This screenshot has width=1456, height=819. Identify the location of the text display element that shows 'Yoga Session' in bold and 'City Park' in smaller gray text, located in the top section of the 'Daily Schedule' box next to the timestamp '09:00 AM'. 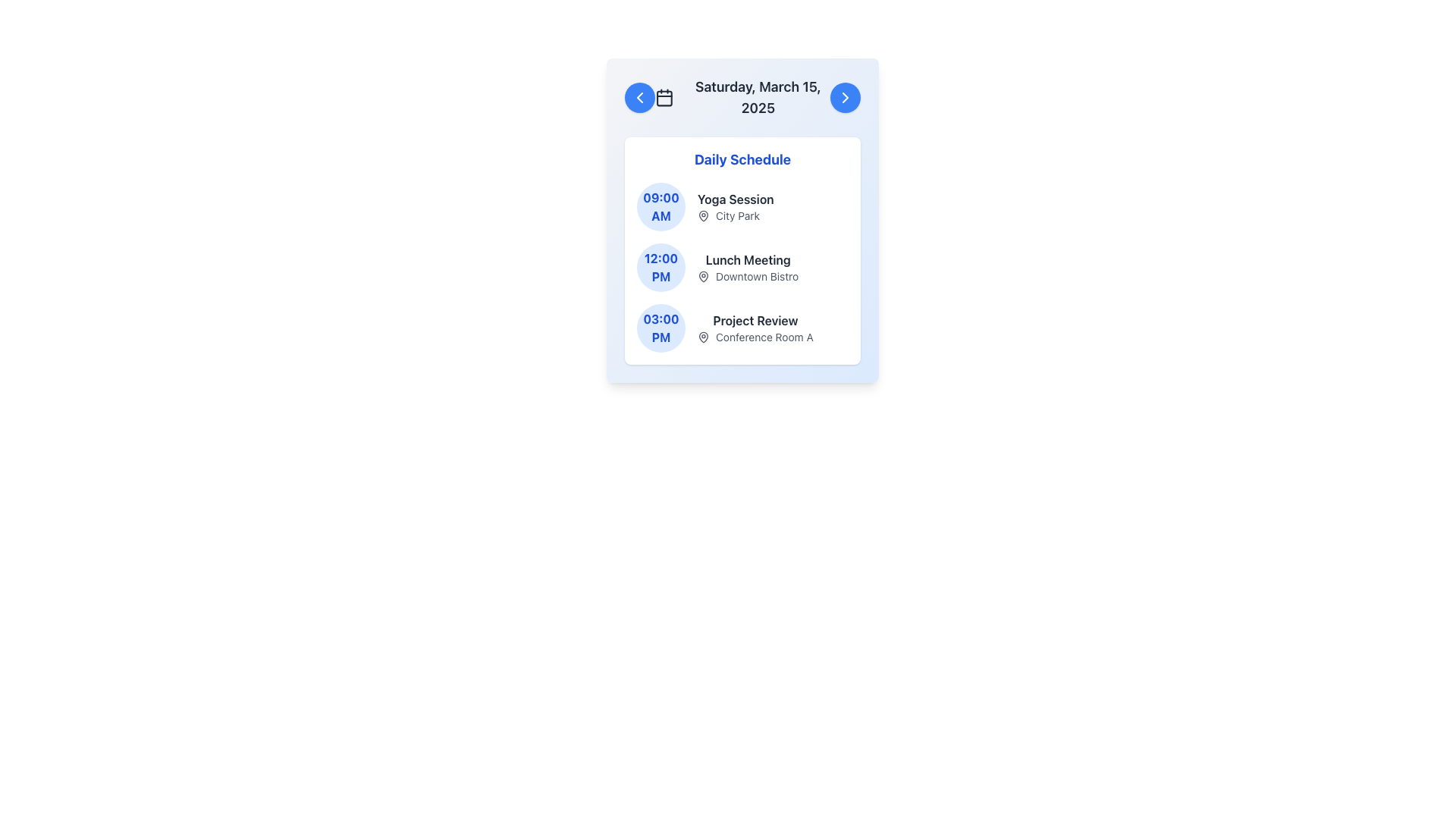
(736, 207).